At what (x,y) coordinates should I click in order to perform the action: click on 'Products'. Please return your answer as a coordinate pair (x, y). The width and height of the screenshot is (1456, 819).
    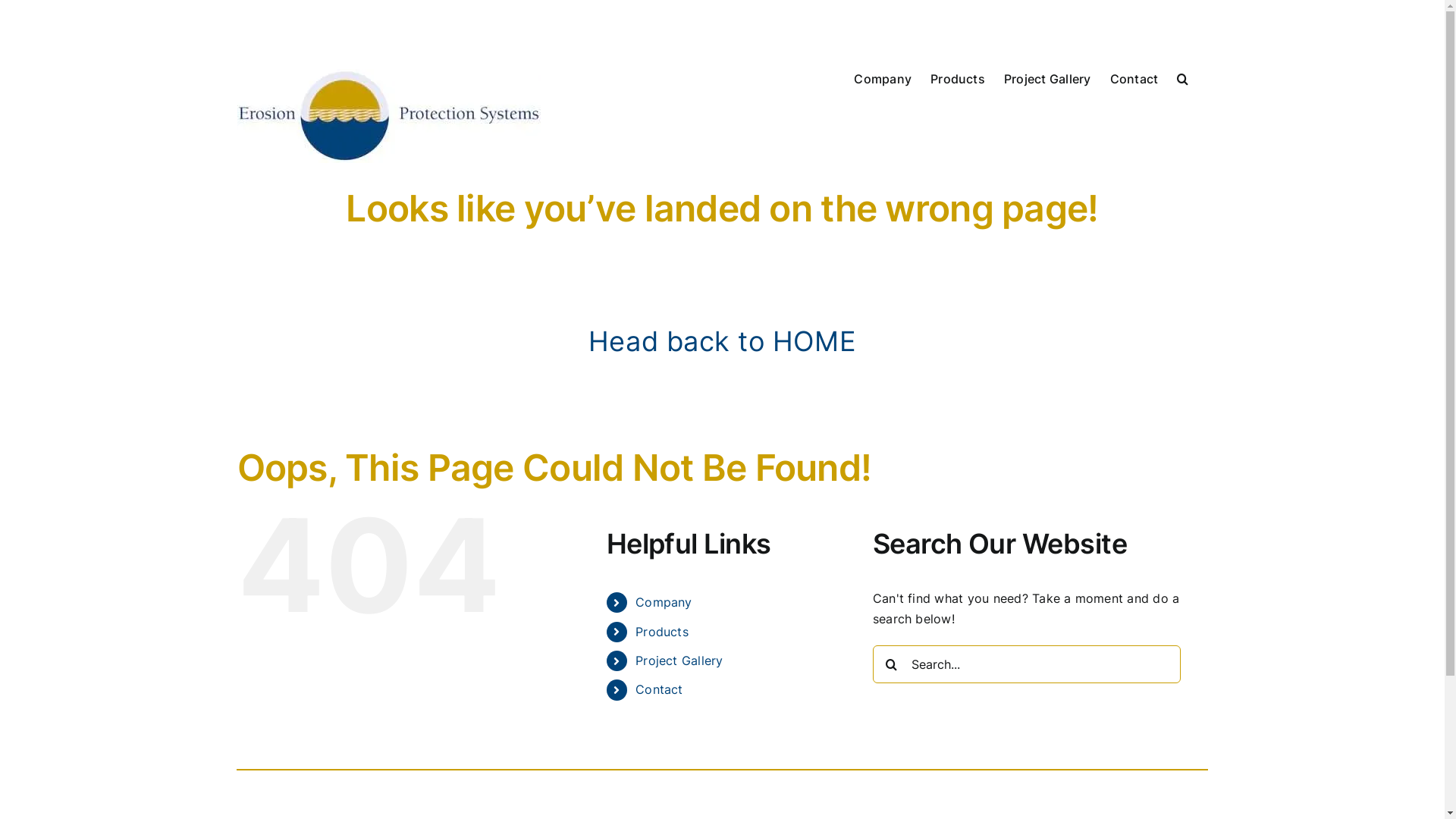
    Looking at the image, I should click on (662, 632).